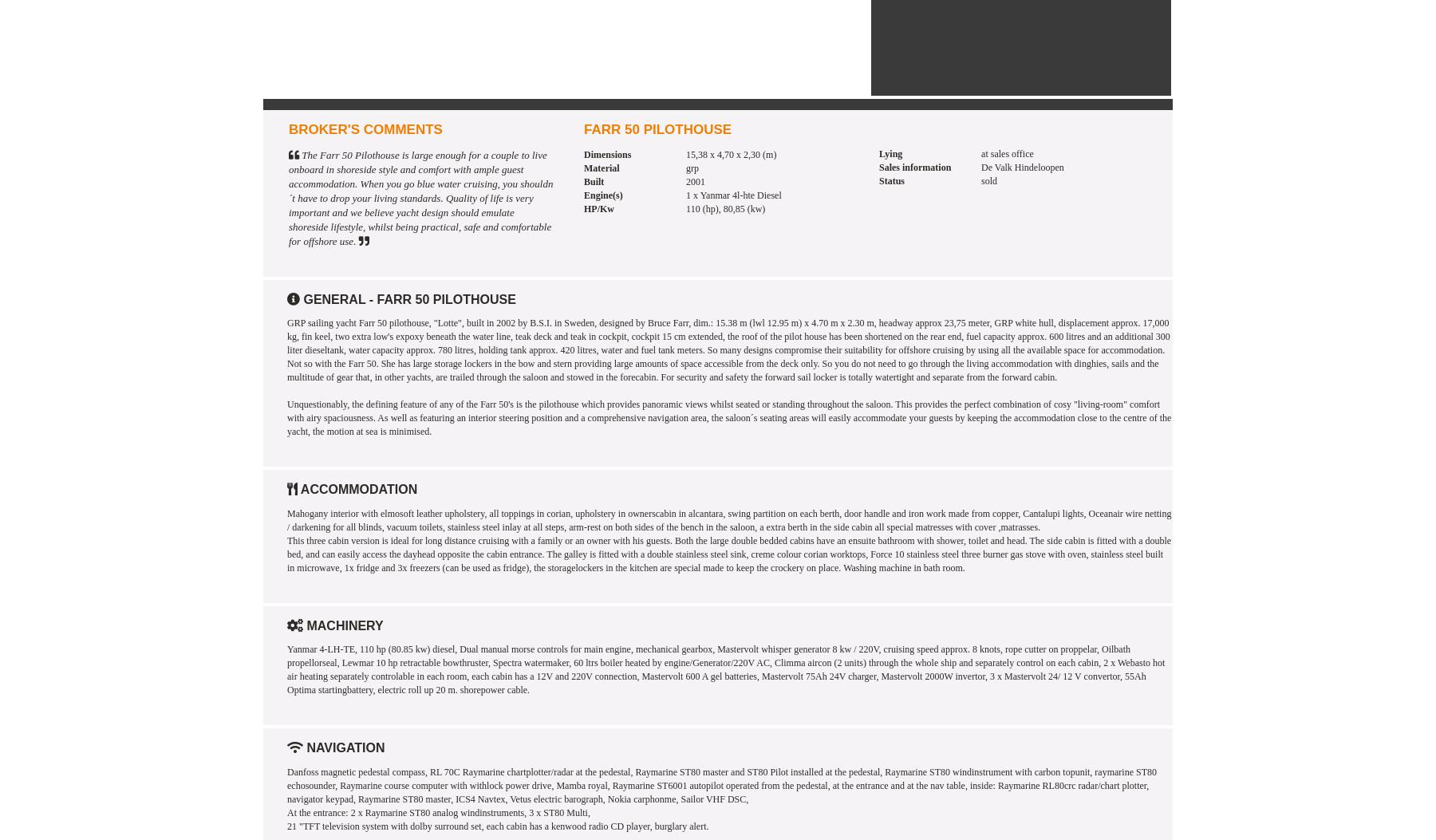 Image resolution: width=1436 pixels, height=840 pixels. I want to click on 'Yanmar 4-LH-TE, 110 hp (80.85 kw) diesel, Dual manual morse controls for main engine,  mechanical gearbox, Mastervolt whisper generator 8 kw / 220V, cruising speed approx. 8 knots, rope cutter on proppelar, Oilbath propellorseal, Lewmar 10 hp retractable bowthruster, Spectra watermaker, 60 ltrs boiler heated by engine/Generator/220V AC,   Climma aircon (2 units) through the whole ship and separately control on each cabin, 2 x Webasto hot air heating separately controlable in each room, each cabin has a 12V and 220V connection, Mastervolt 600 A gel batteries, Mastervolt 75Ah 24V charger, Mastervolt 2000W invertor, 3 x Mastervolt 24/ 12 V convertor, 55Ah Optima startingbattery, electric roll up 20 m. shorepower cable.', so click(287, 668).